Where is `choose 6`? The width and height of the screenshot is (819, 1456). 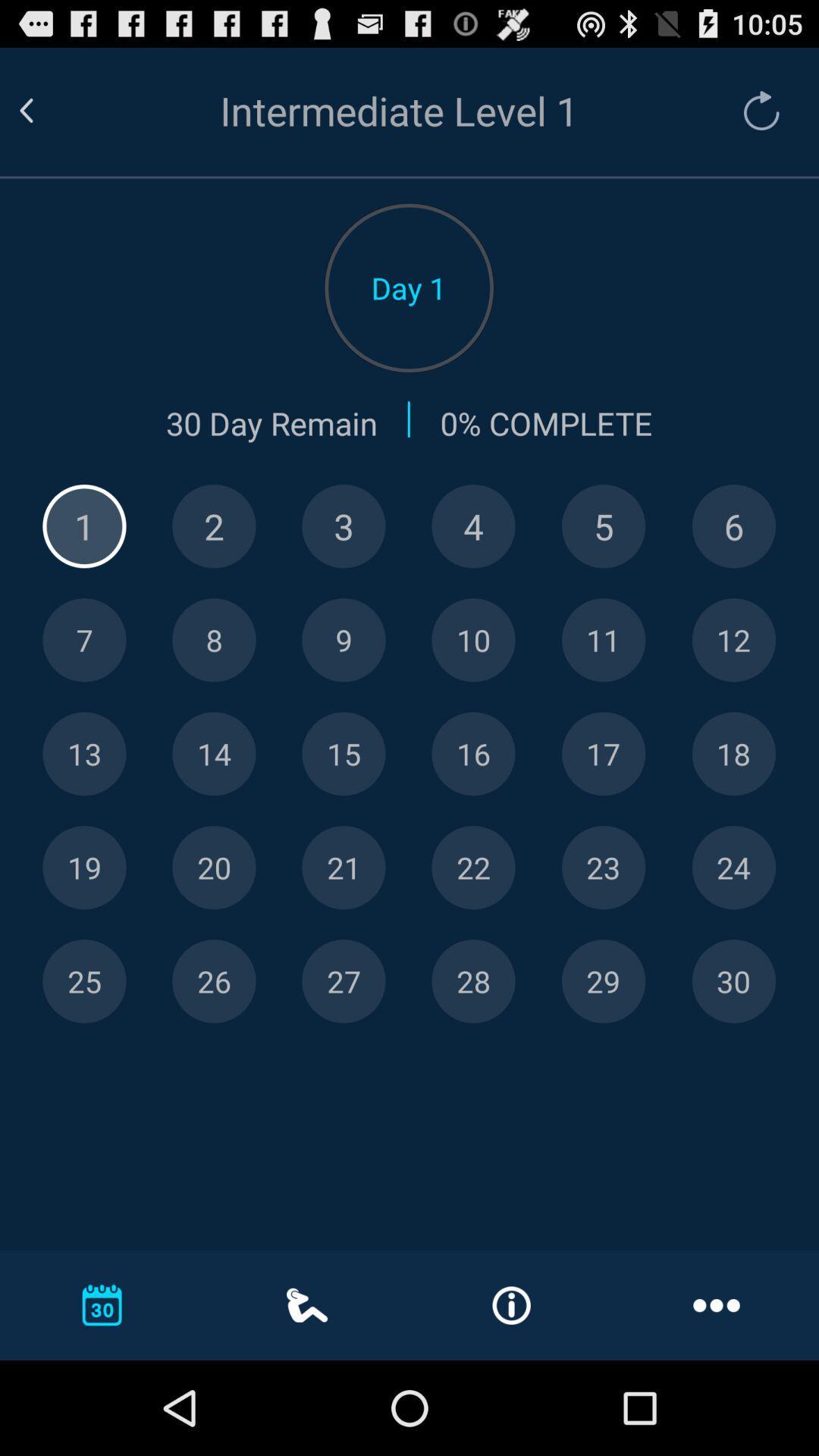
choose 6 is located at coordinates (733, 526).